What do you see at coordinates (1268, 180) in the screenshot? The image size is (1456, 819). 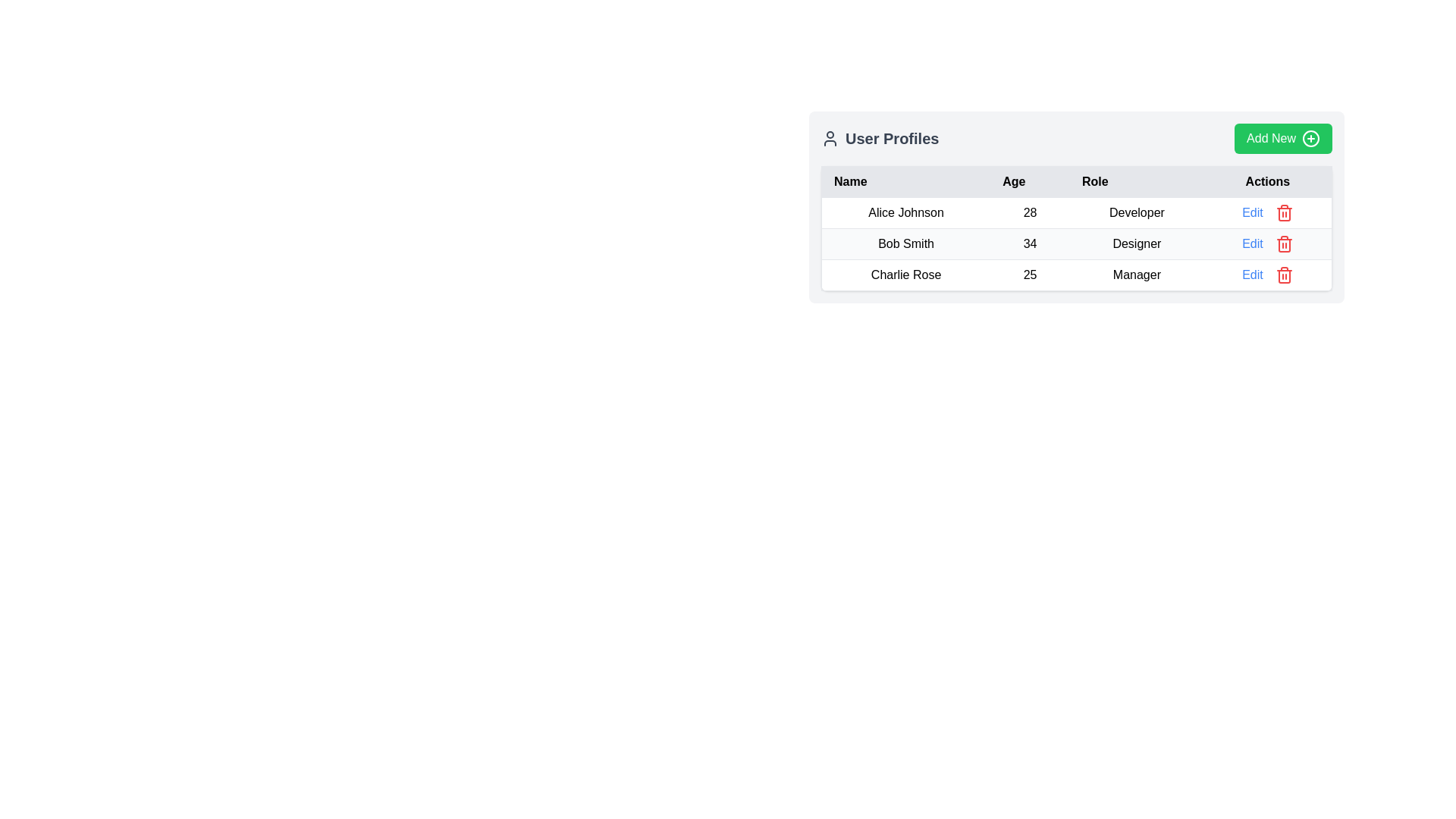 I see `the Table Header displaying 'Actions' in bold, located at the far right of the table header with a light-colored background` at bounding box center [1268, 180].